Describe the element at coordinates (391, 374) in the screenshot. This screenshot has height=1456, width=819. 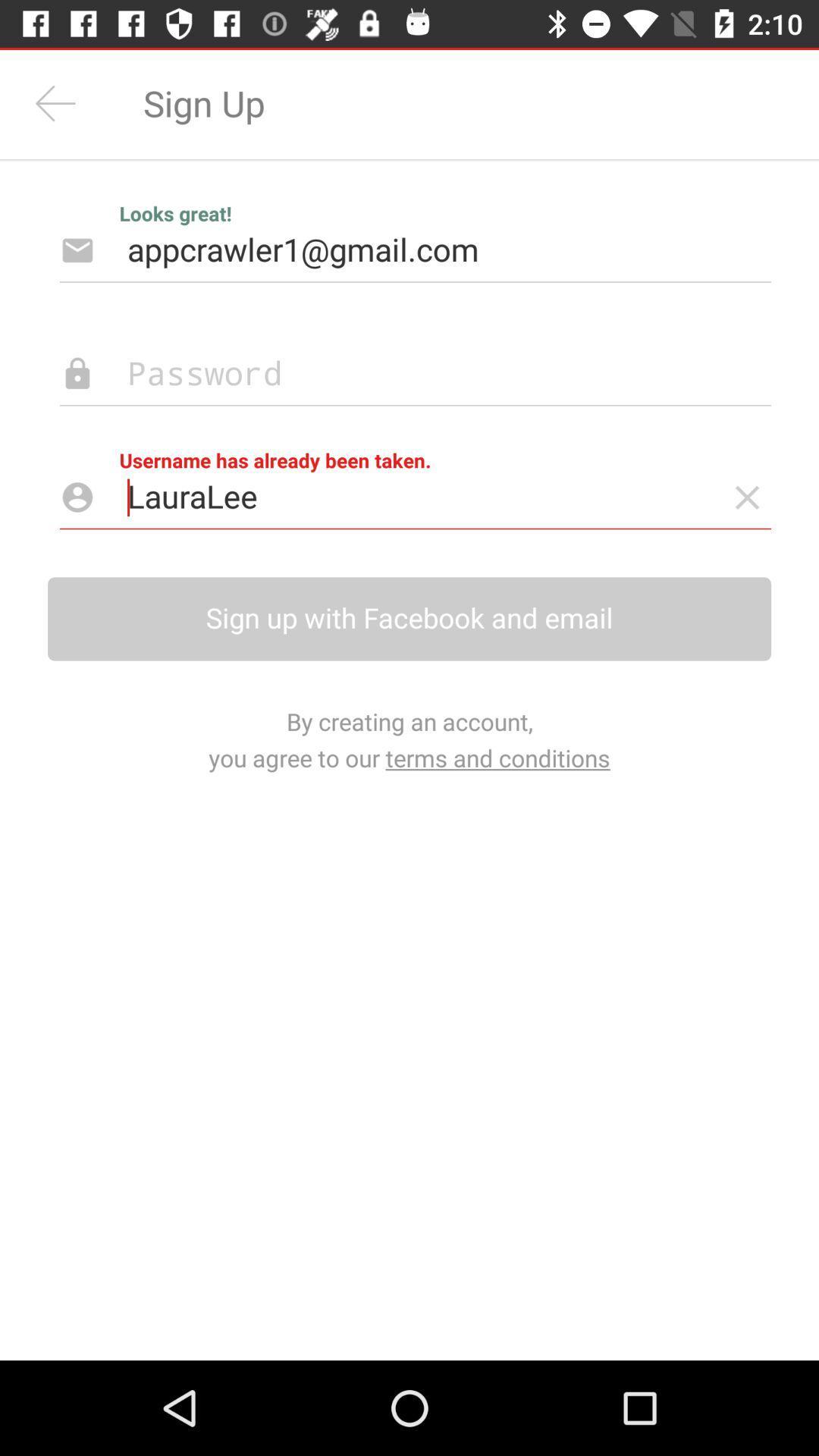
I see `password` at that location.